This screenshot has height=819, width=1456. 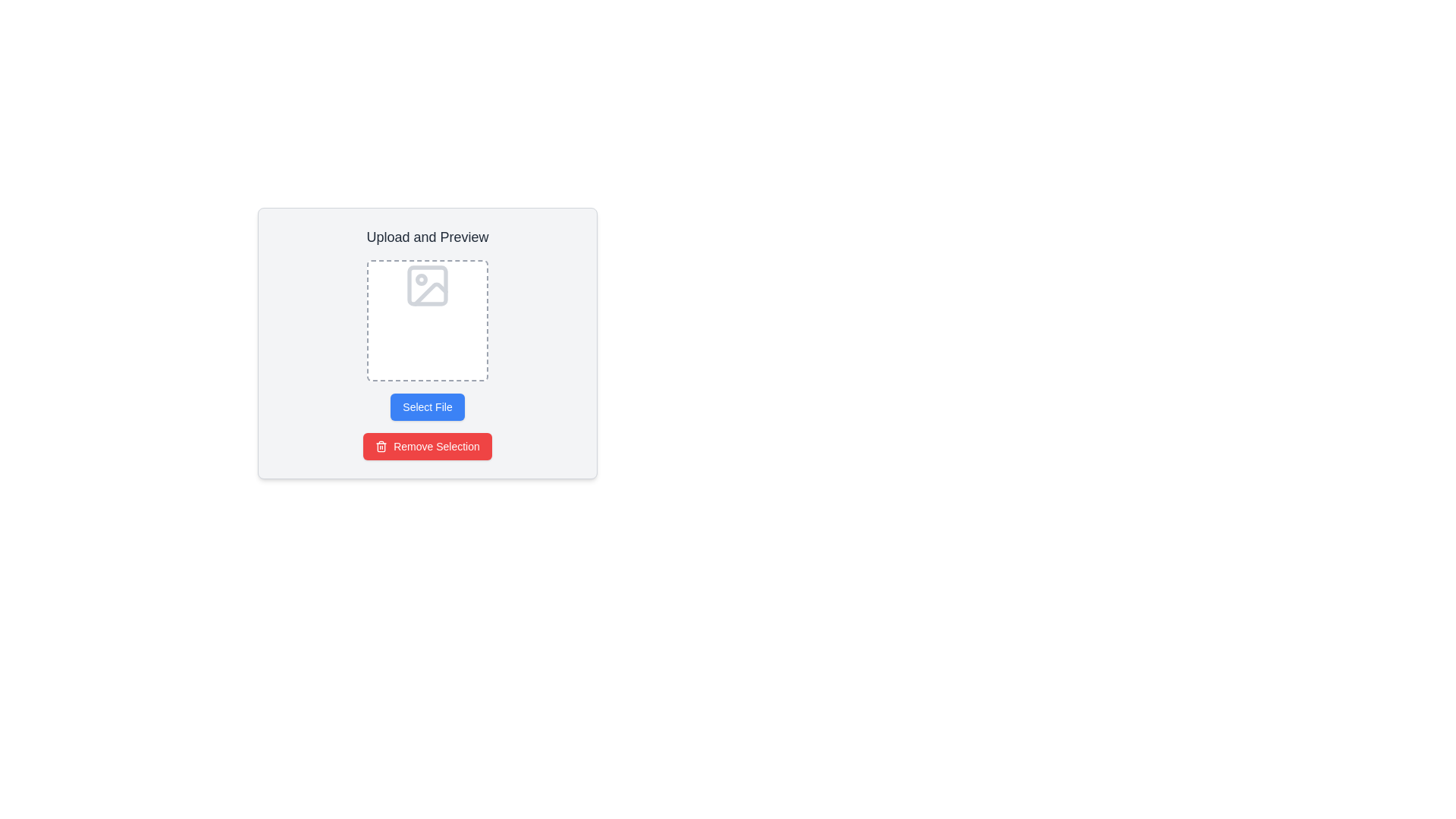 What do you see at coordinates (427, 286) in the screenshot?
I see `the upload icon that indicates a placeholder for image content, which is centered within a dashed rectangular border` at bounding box center [427, 286].